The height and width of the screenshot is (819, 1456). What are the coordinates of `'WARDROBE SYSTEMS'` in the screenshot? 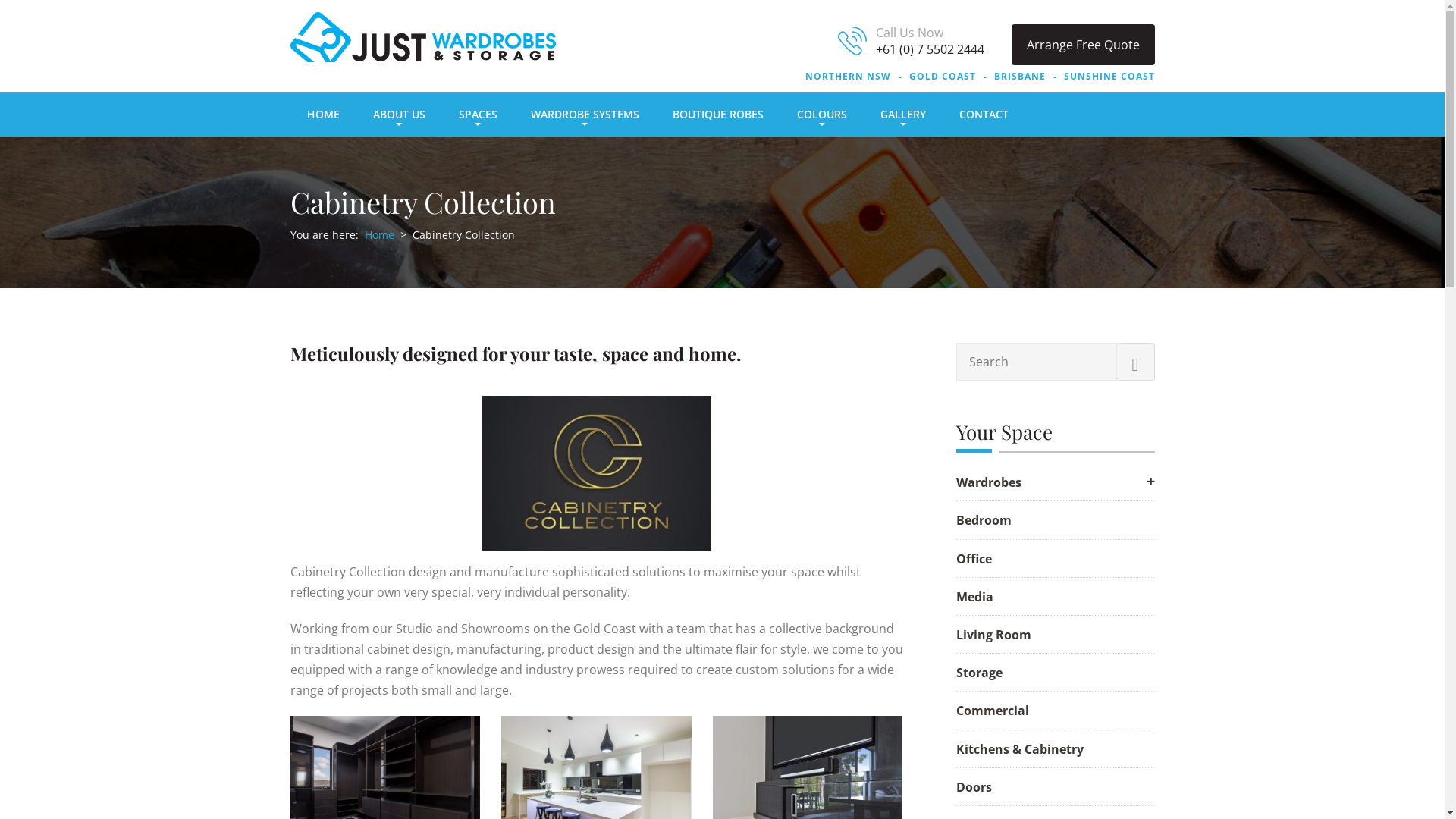 It's located at (513, 113).